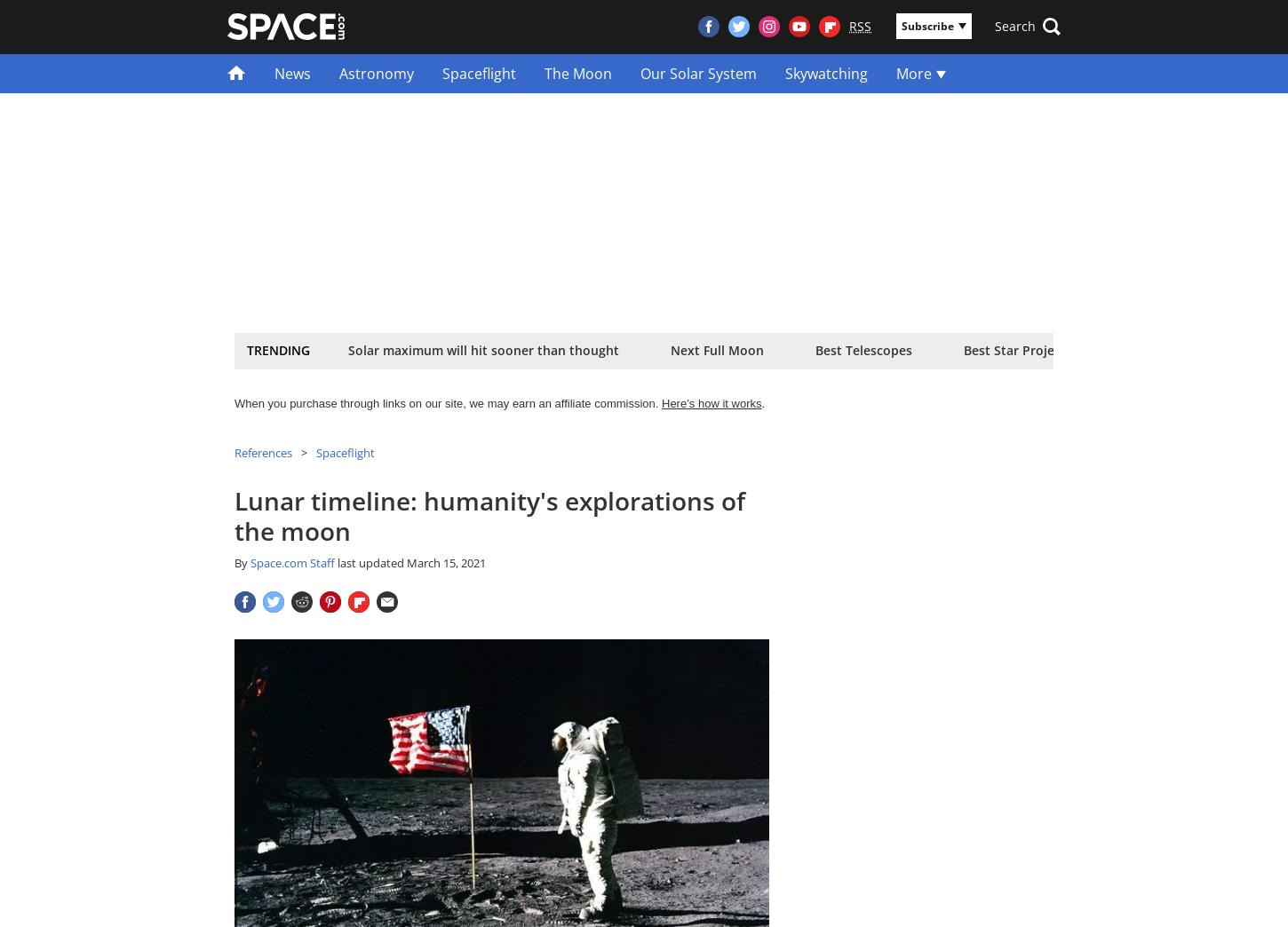  Describe the element at coordinates (489, 514) in the screenshot. I see `'Lunar timeline: humanity's explorations of the moon'` at that location.